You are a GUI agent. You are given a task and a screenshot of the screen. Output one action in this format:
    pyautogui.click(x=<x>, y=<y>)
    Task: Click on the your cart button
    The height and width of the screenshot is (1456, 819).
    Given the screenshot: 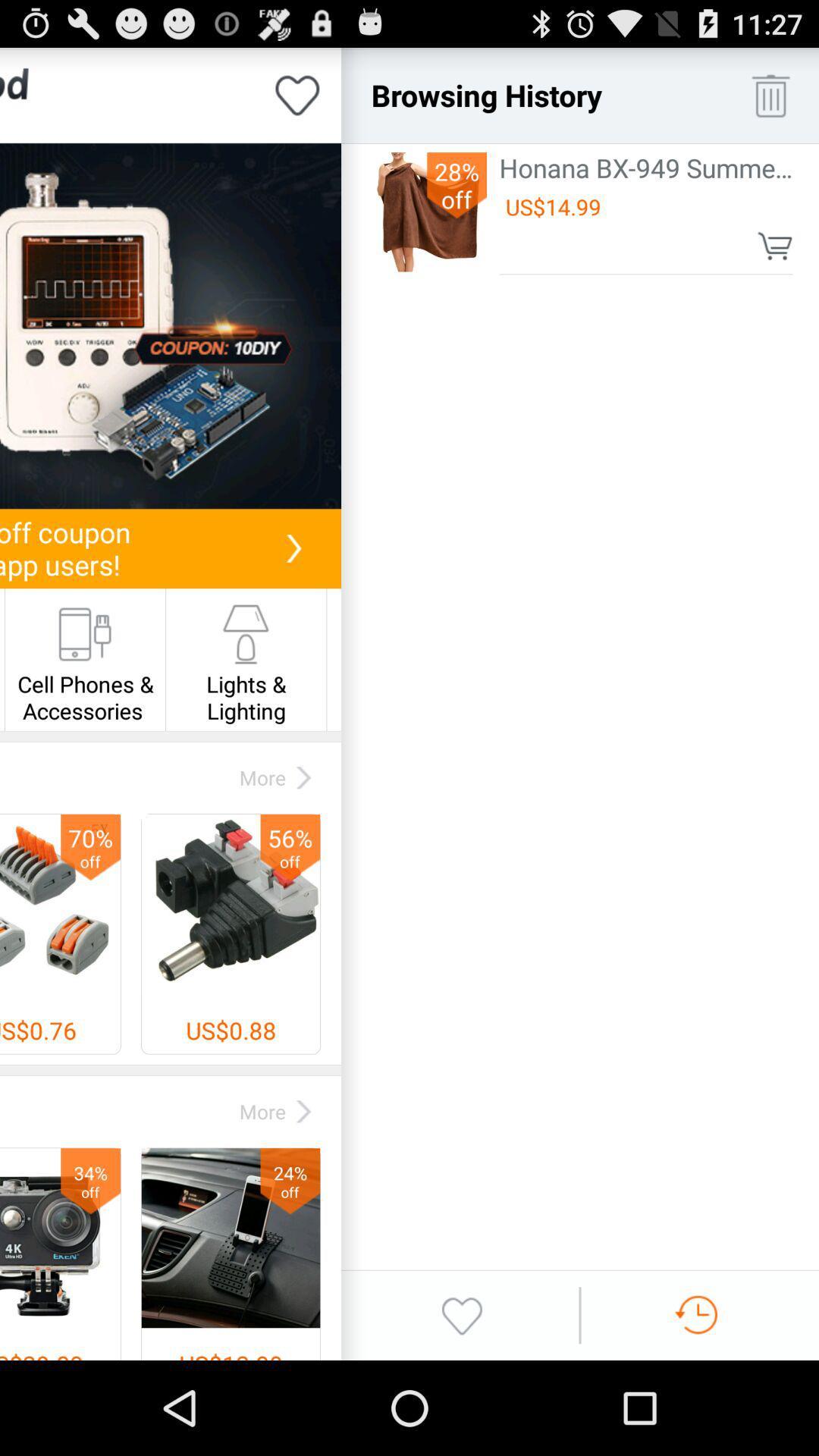 What is the action you would take?
    pyautogui.click(x=774, y=246)
    